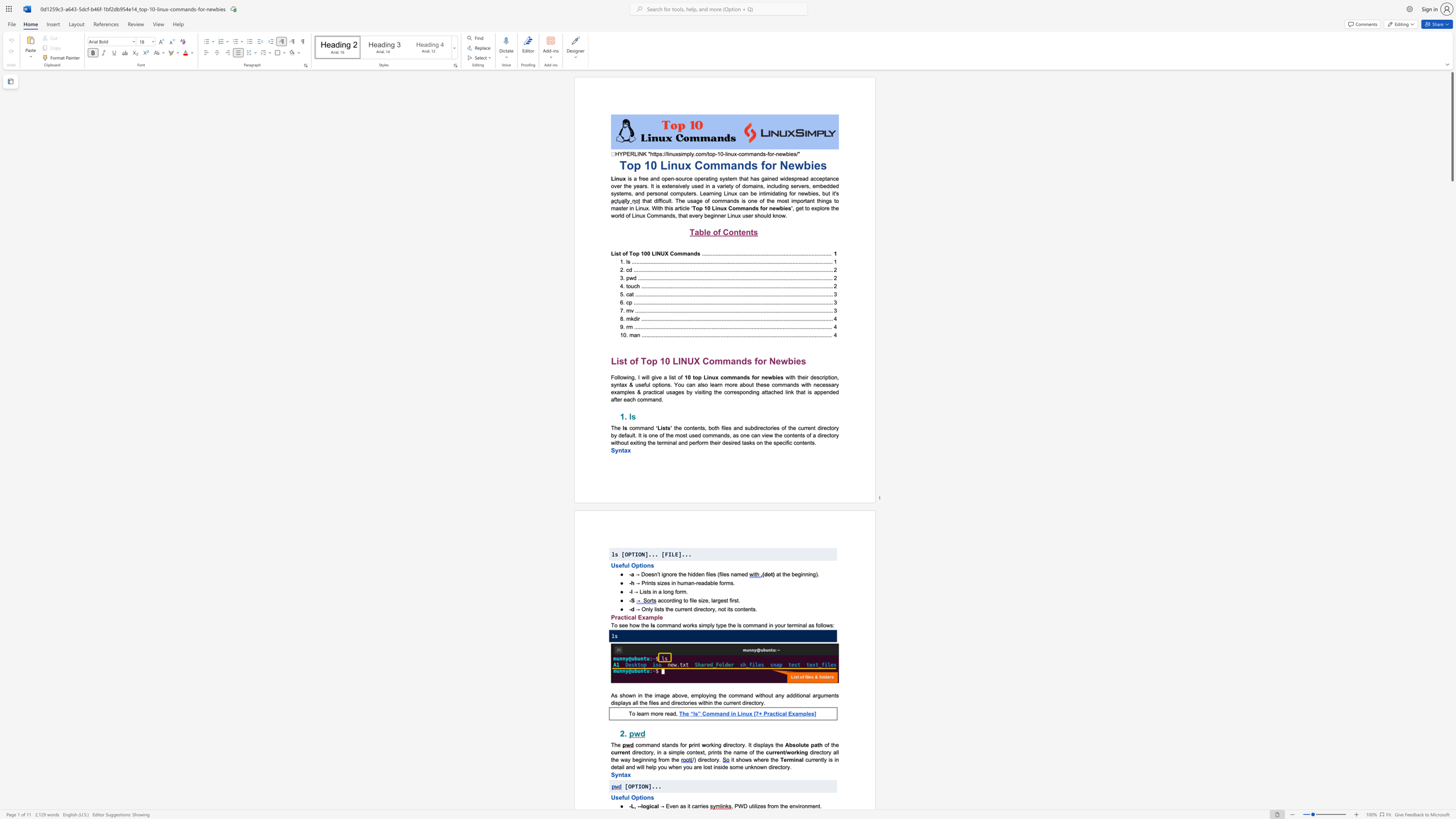  What do you see at coordinates (611, 759) in the screenshot?
I see `the 2th character "t" in the text` at bounding box center [611, 759].